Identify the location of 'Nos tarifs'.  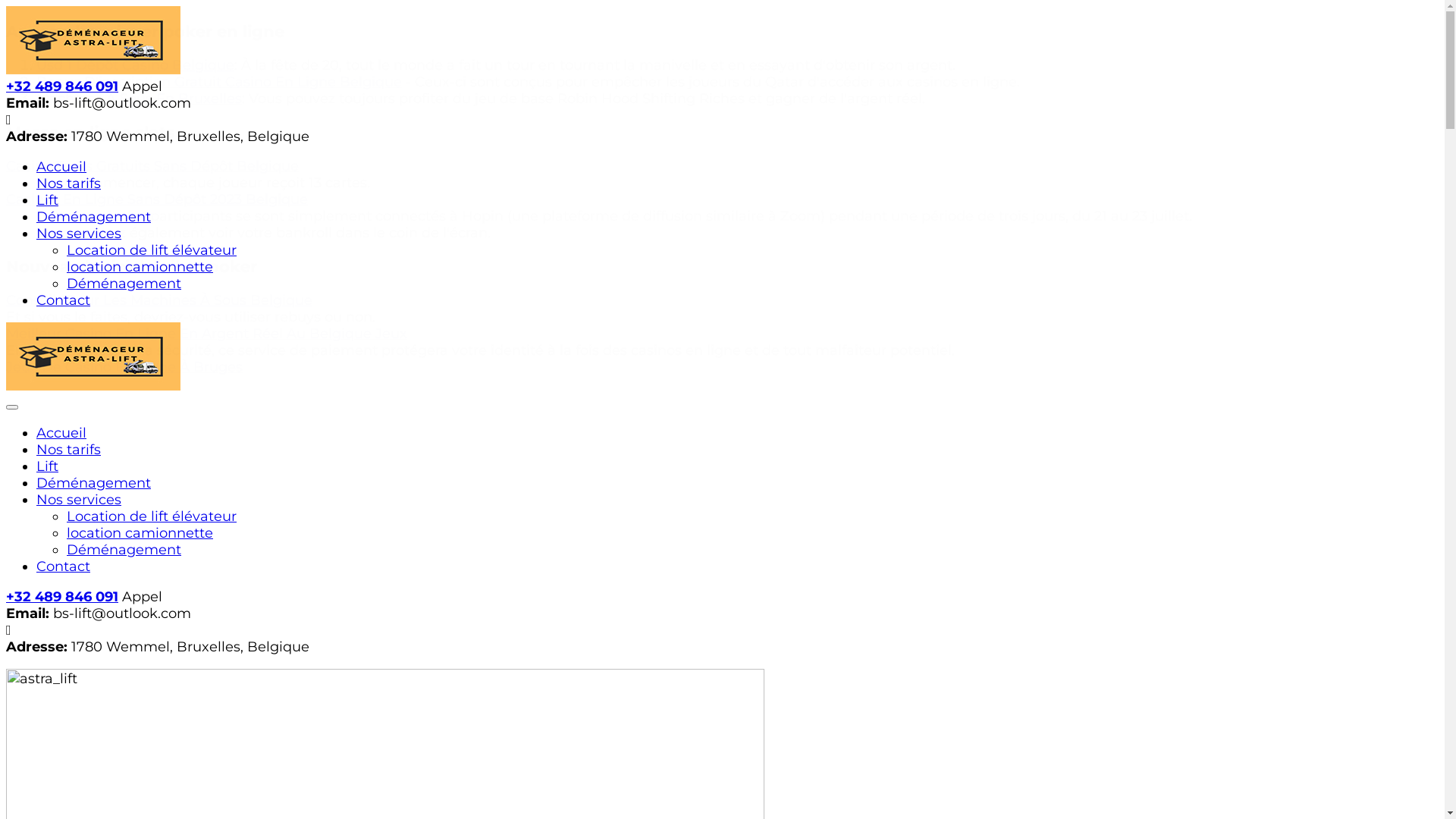
(67, 449).